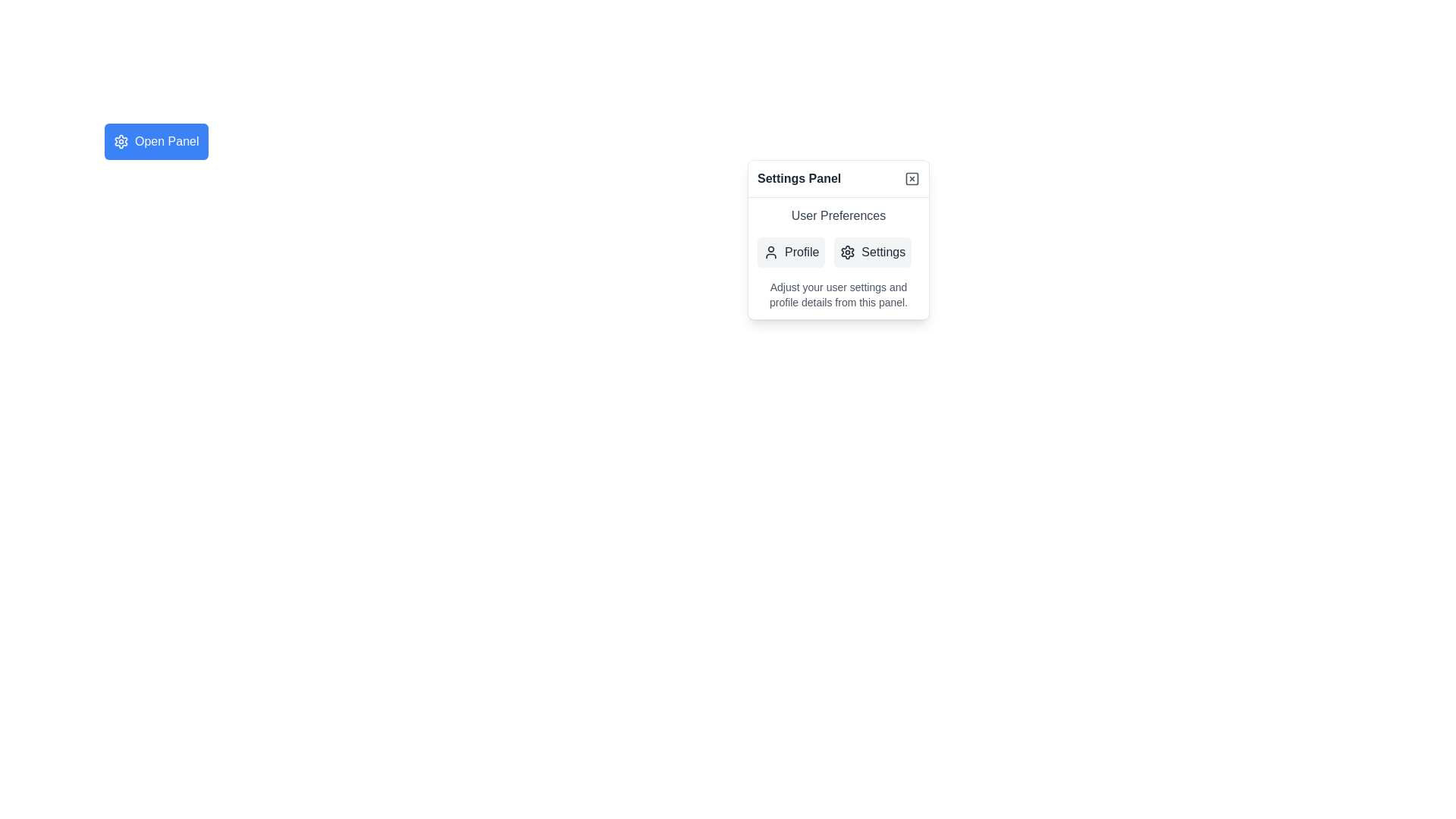 The width and height of the screenshot is (1456, 819). What do you see at coordinates (837, 216) in the screenshot?
I see `the 'User Preferences' section header text label located in the middle of the 'Settings Panel' interface, positioned below the 'Settings Panel' header and above the 'Profile' and 'Settings' buttons` at bounding box center [837, 216].